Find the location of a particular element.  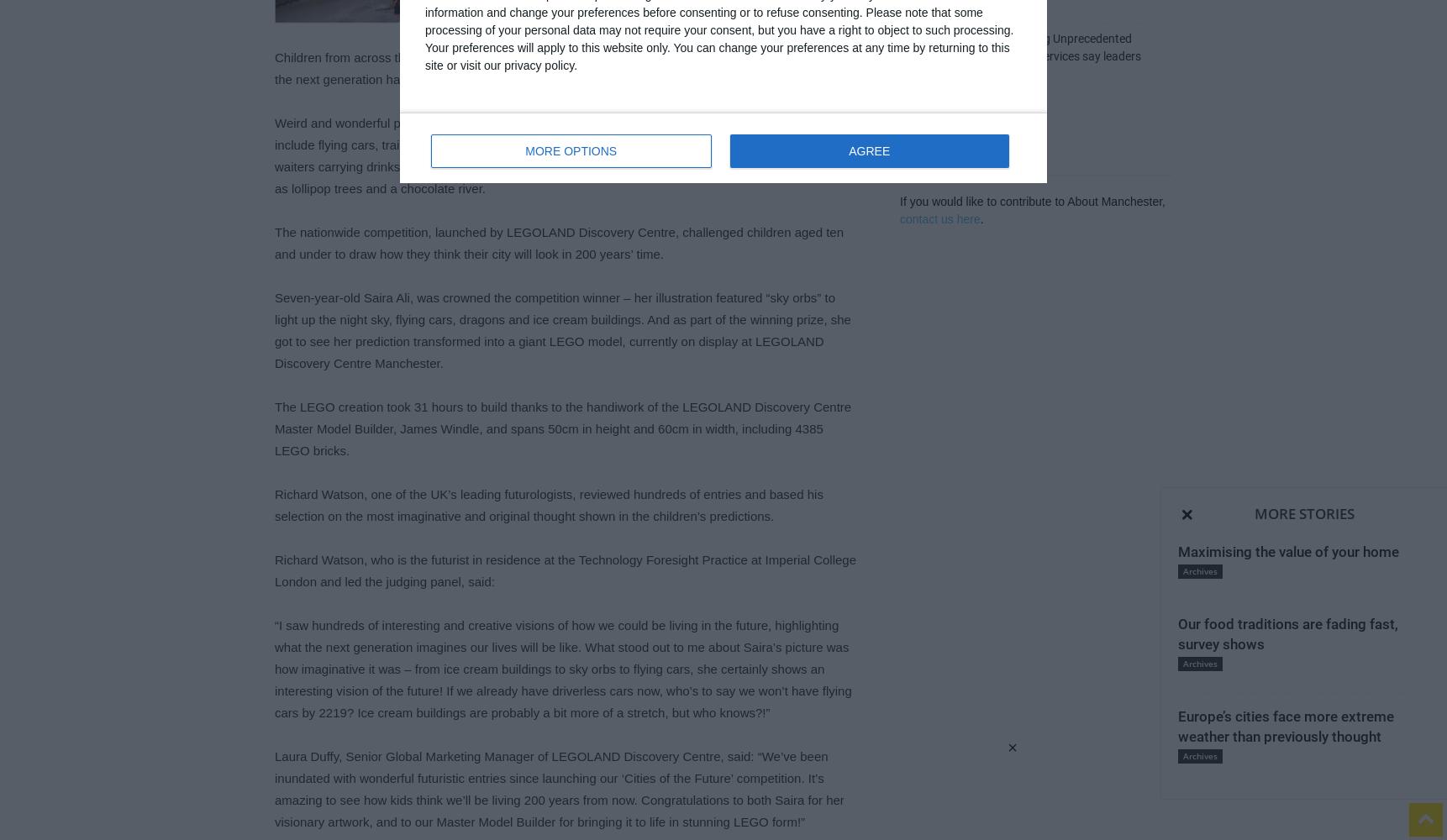

'The LEGO creation took 31 hours to build thanks to the handiwork of the LEGOLAND Discovery Centre Master Model Builder, James Windle, and spans 50cm in height and 60cm in width, including 4385 LEGO bricks.' is located at coordinates (563, 428).